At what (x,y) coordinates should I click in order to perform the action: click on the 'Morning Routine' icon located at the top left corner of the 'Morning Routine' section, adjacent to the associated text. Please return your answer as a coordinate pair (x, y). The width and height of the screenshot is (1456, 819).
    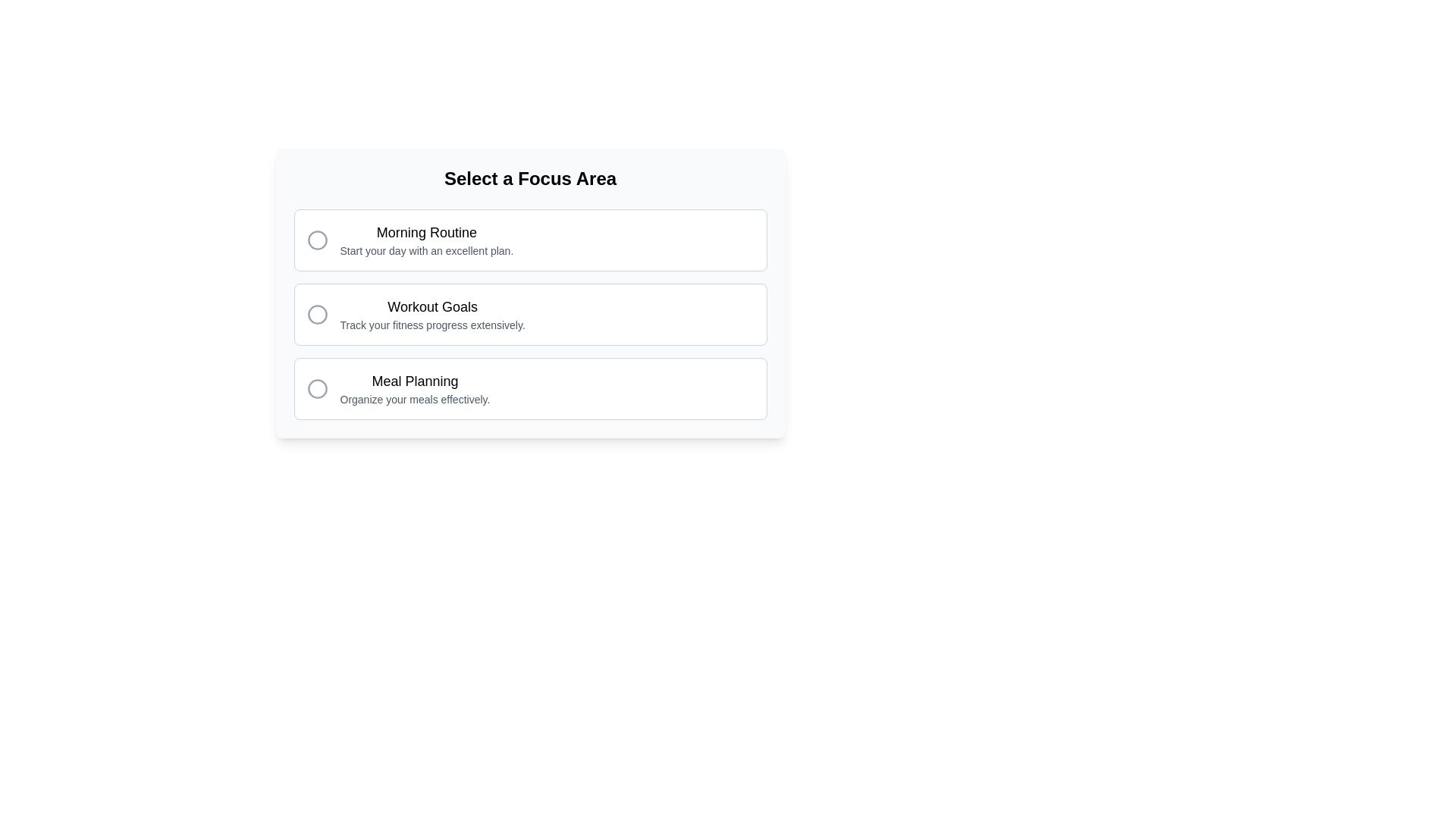
    Looking at the image, I should click on (316, 239).